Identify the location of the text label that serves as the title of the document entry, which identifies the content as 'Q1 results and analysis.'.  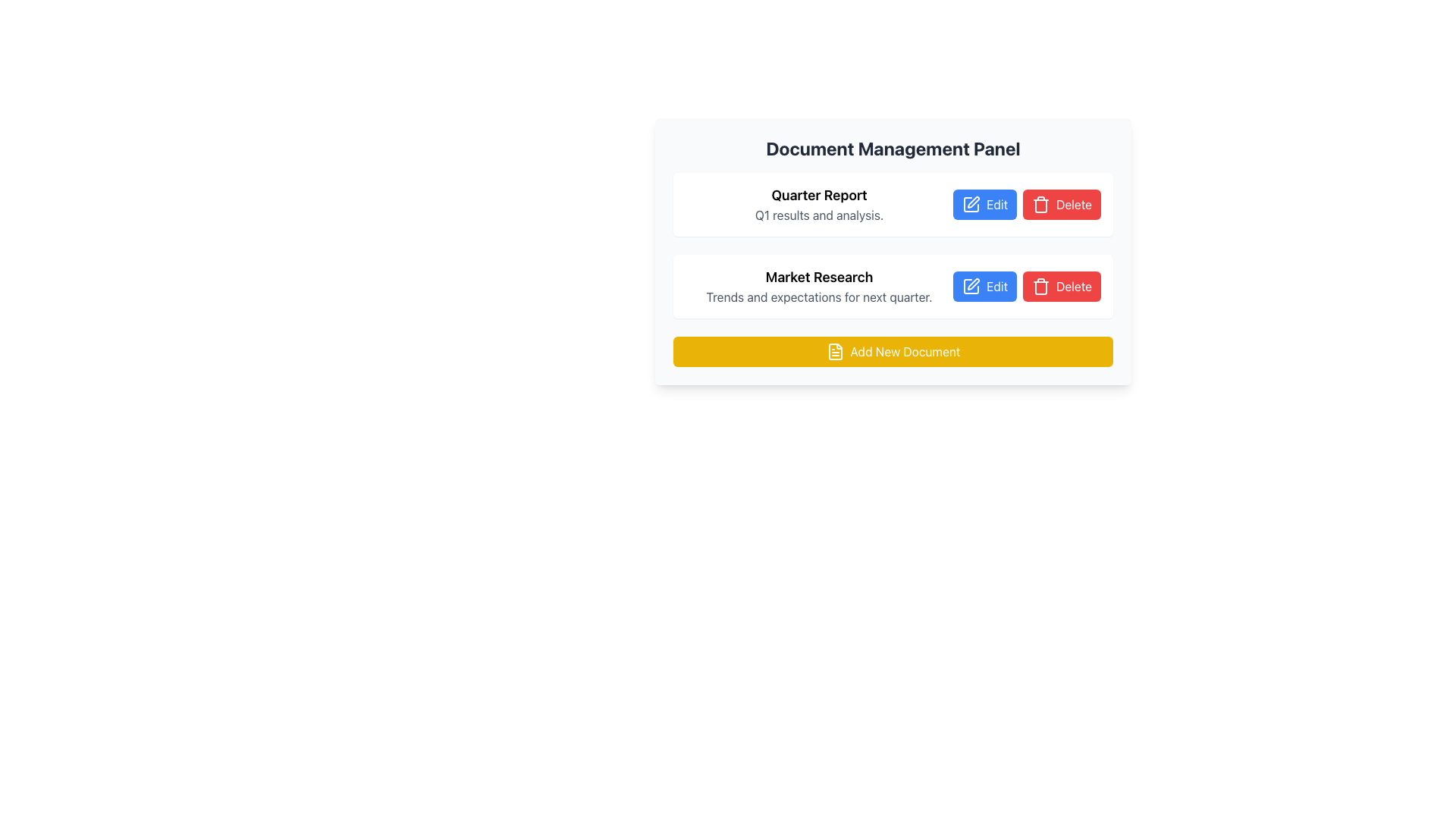
(818, 195).